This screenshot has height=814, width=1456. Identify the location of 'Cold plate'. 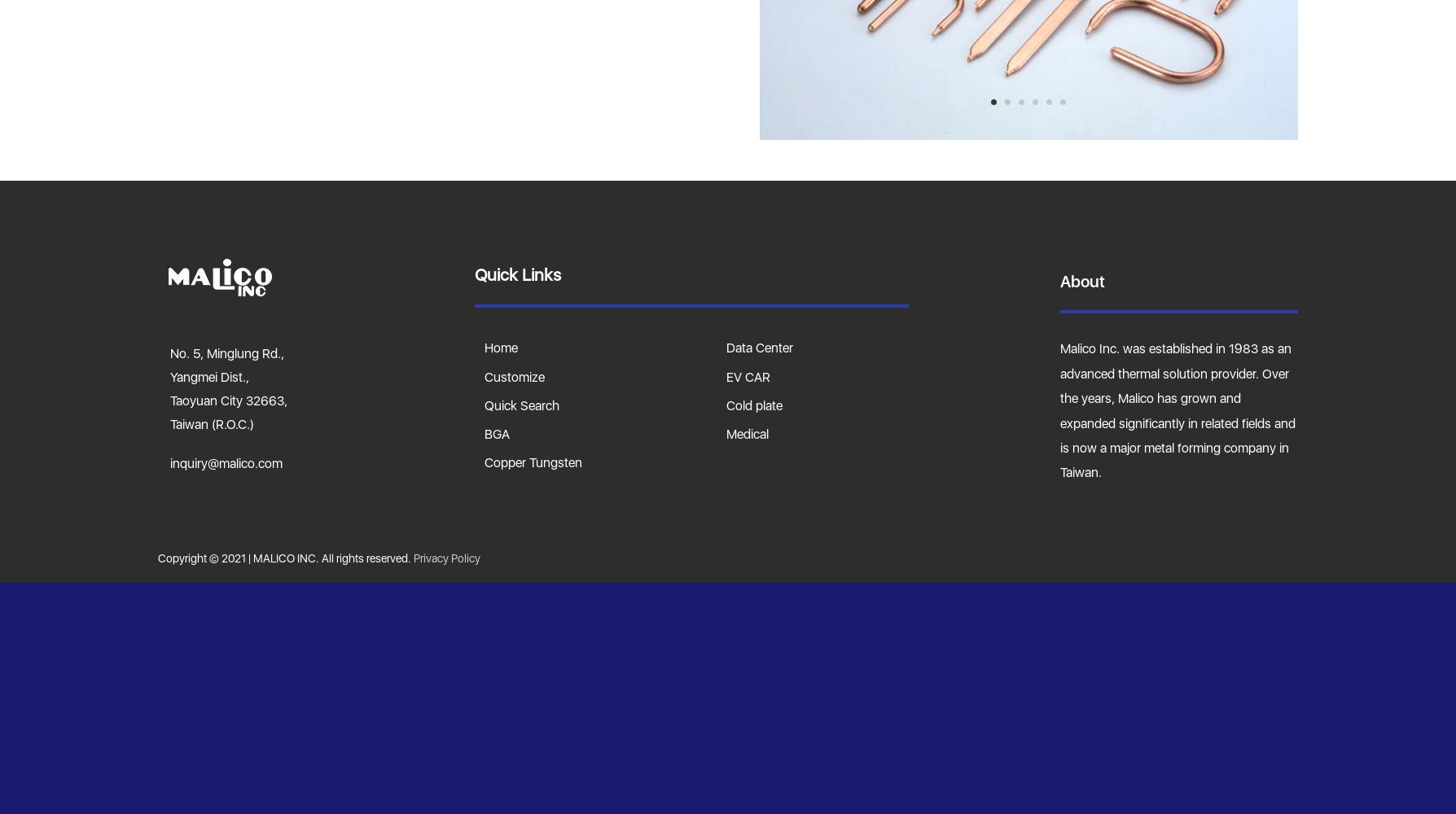
(754, 404).